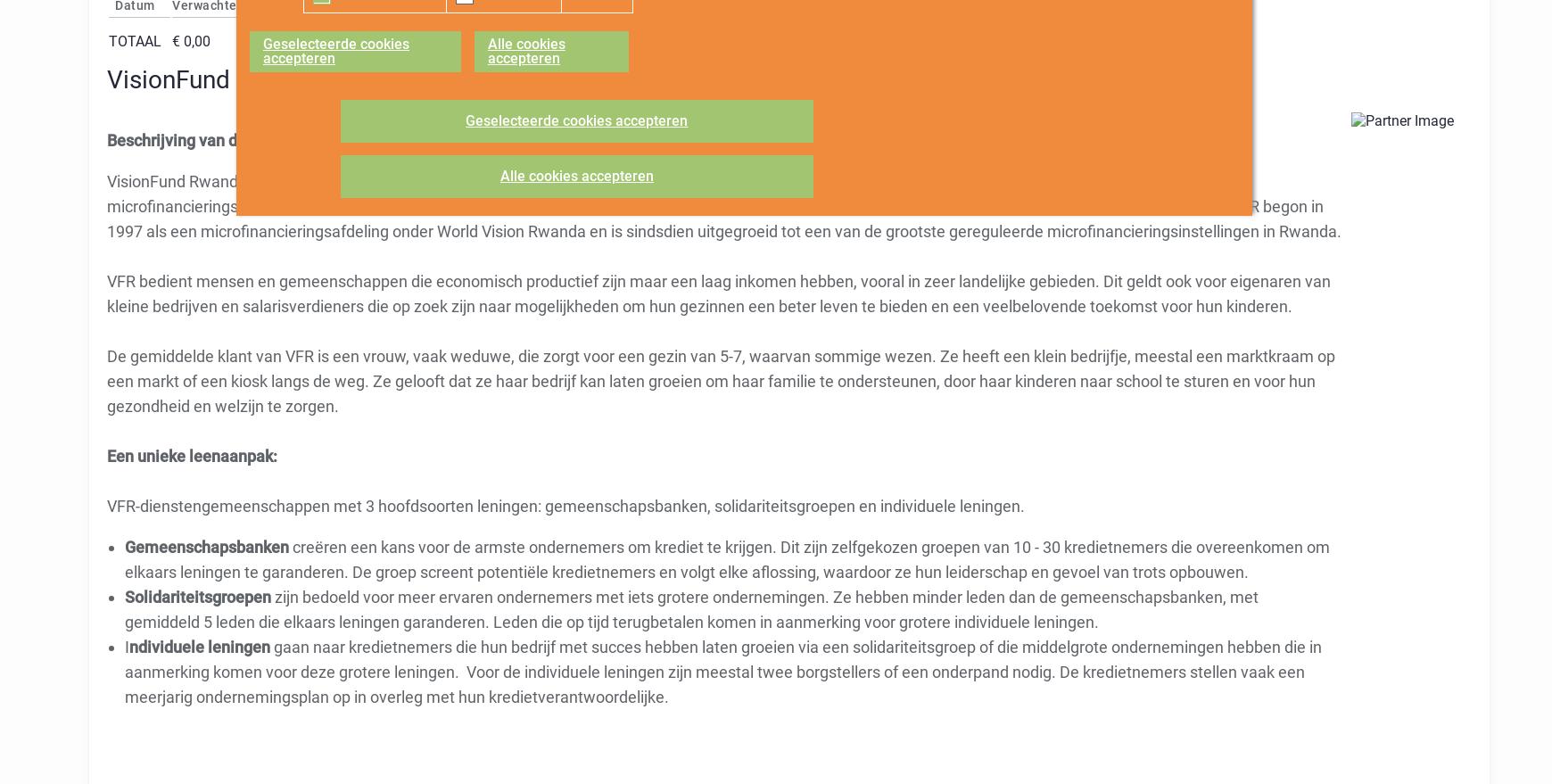 The width and height of the screenshot is (1552, 784). Describe the element at coordinates (106, 292) in the screenshot. I see `'VFR bedient mensen en gemeenschappen die economisch productief zijn maar een laag inkomen hebben, vooral in zeer landelijke gebieden. Dit geldt ook voor eigenaren van kleine bedrijven en salarisverdieners die op zoek zijn naar mogelijkheden om hun gezinnen een beter leven te bieden en een veelbelovende toekomst voor hun kinderen.'` at that location.